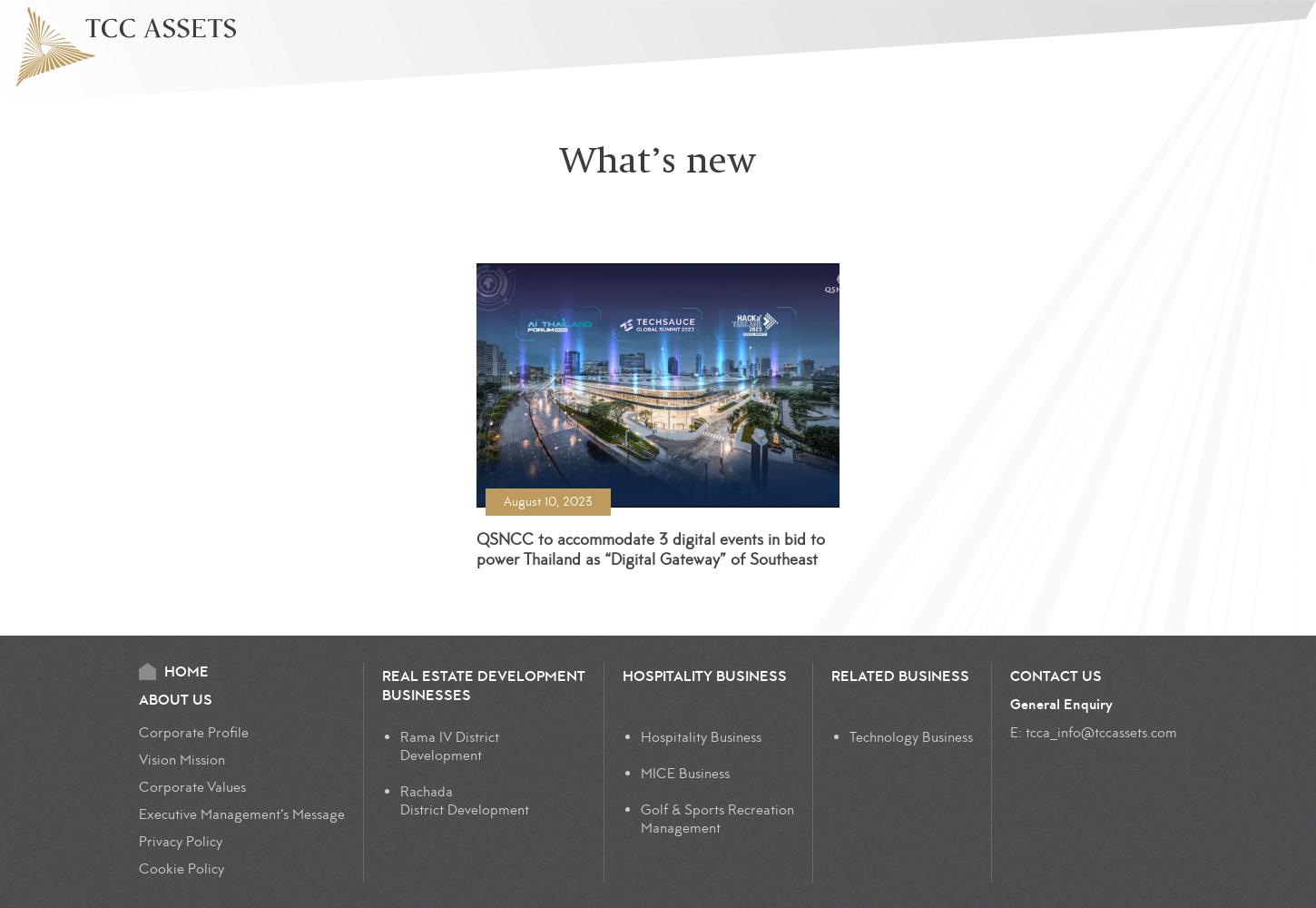 The width and height of the screenshot is (1316, 908). I want to click on 'MICE Business', so click(685, 773).